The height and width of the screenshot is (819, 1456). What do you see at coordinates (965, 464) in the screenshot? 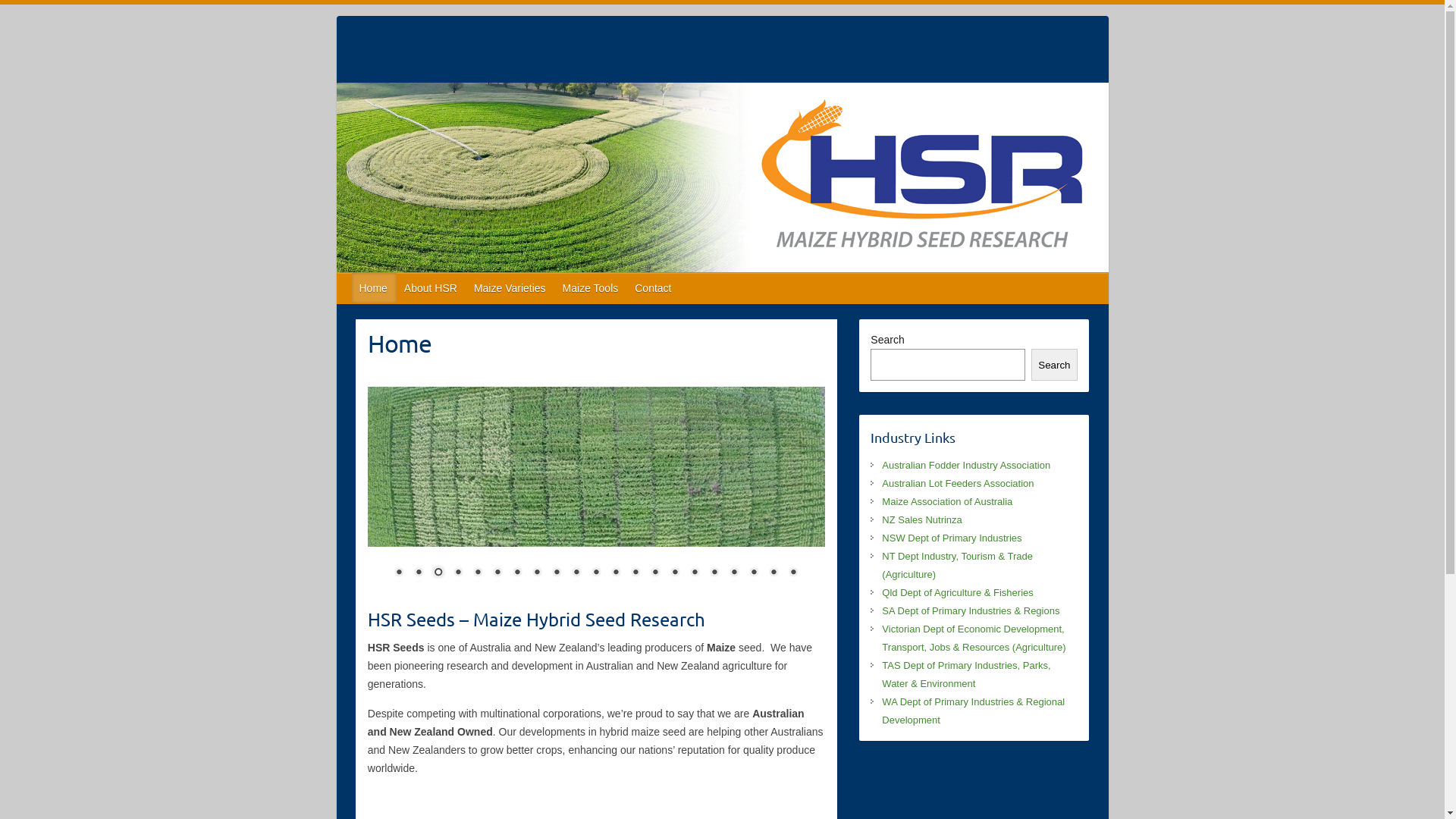
I see `'Australian Fodder Industry Association'` at bounding box center [965, 464].